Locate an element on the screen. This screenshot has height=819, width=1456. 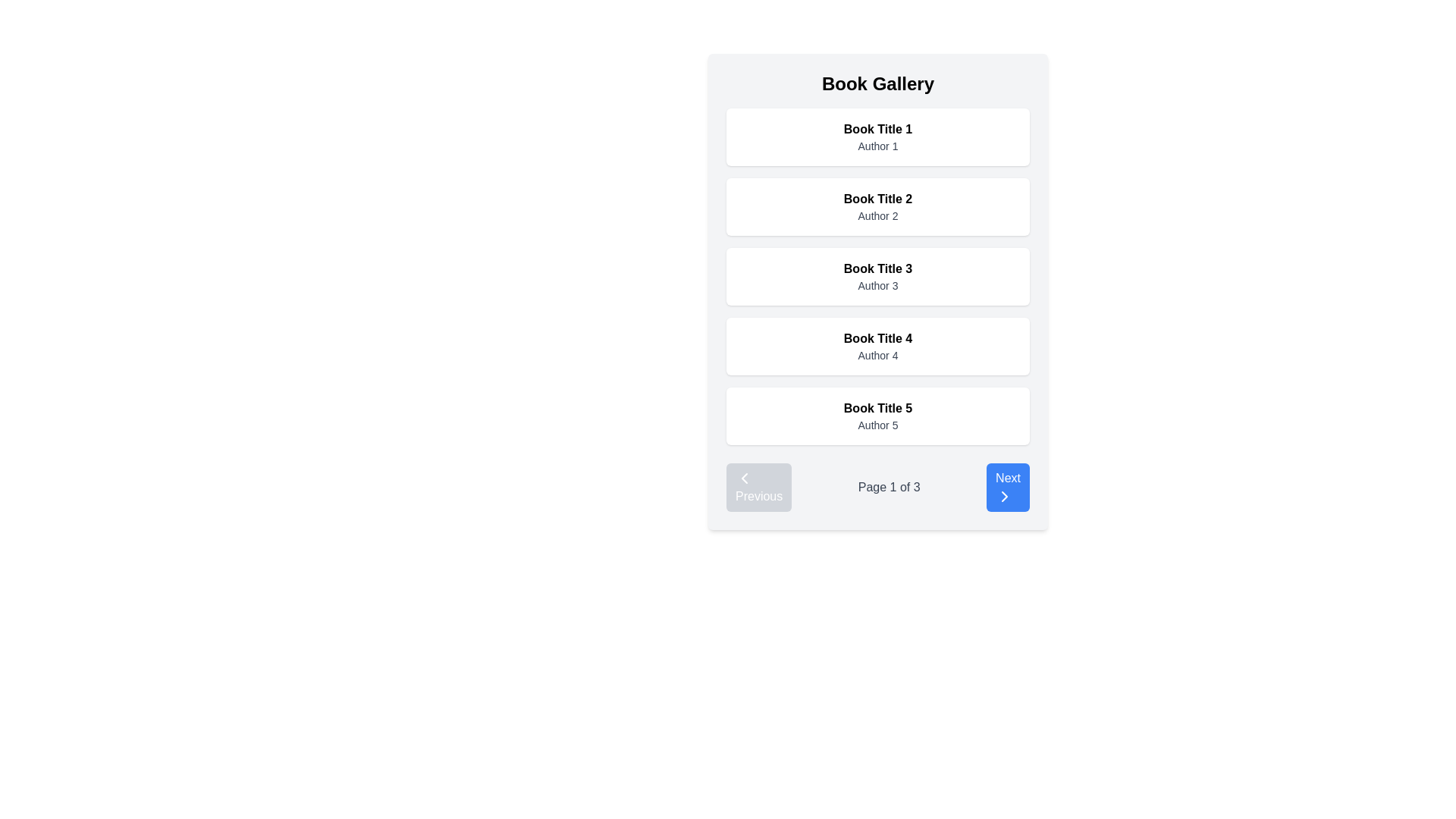
the third book entry in the list, which displays the book title and author information, positioned between 'Book Title 2' and 'Book Title 4' is located at coordinates (877, 277).